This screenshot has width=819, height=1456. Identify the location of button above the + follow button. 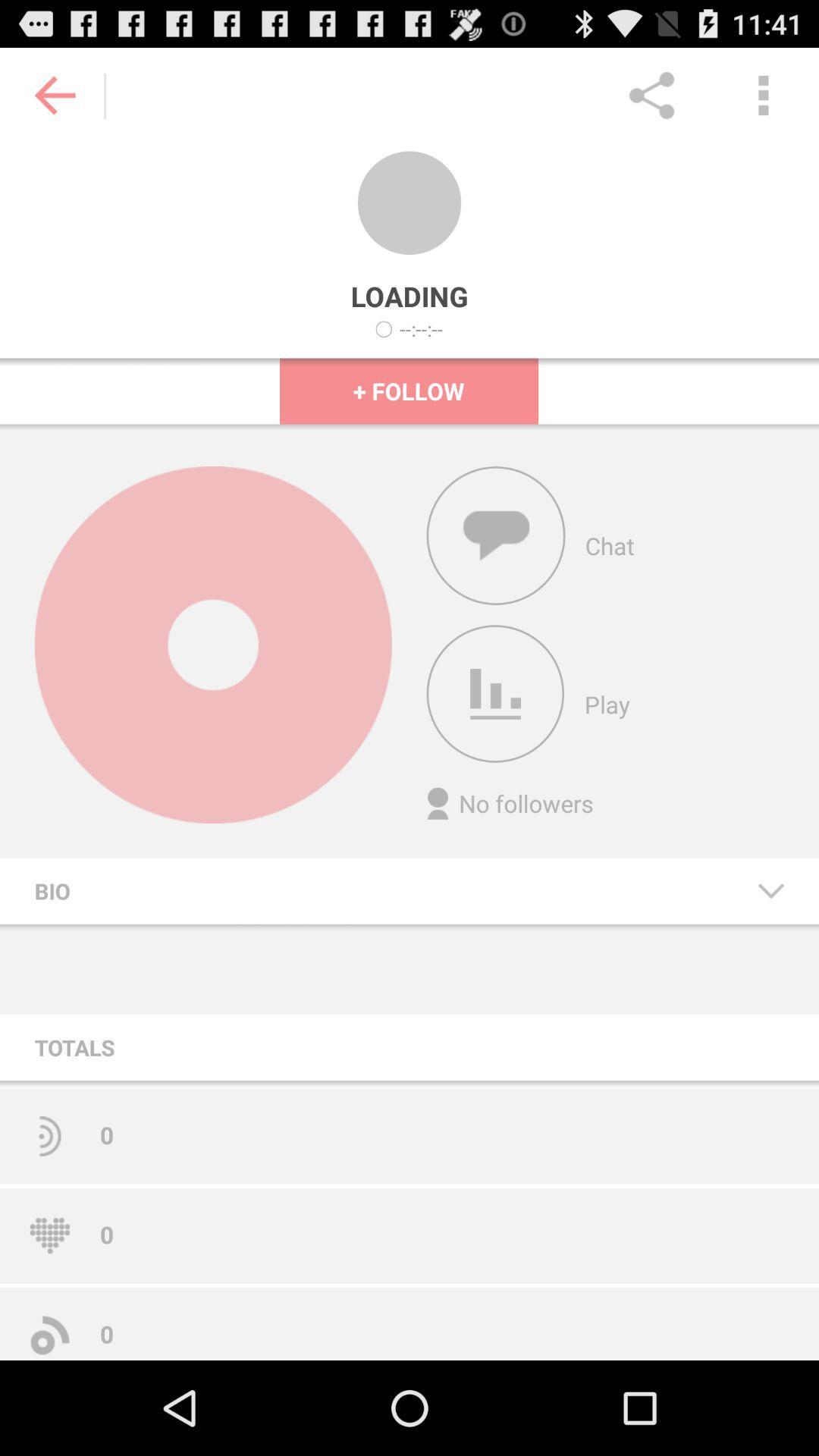
(421, 328).